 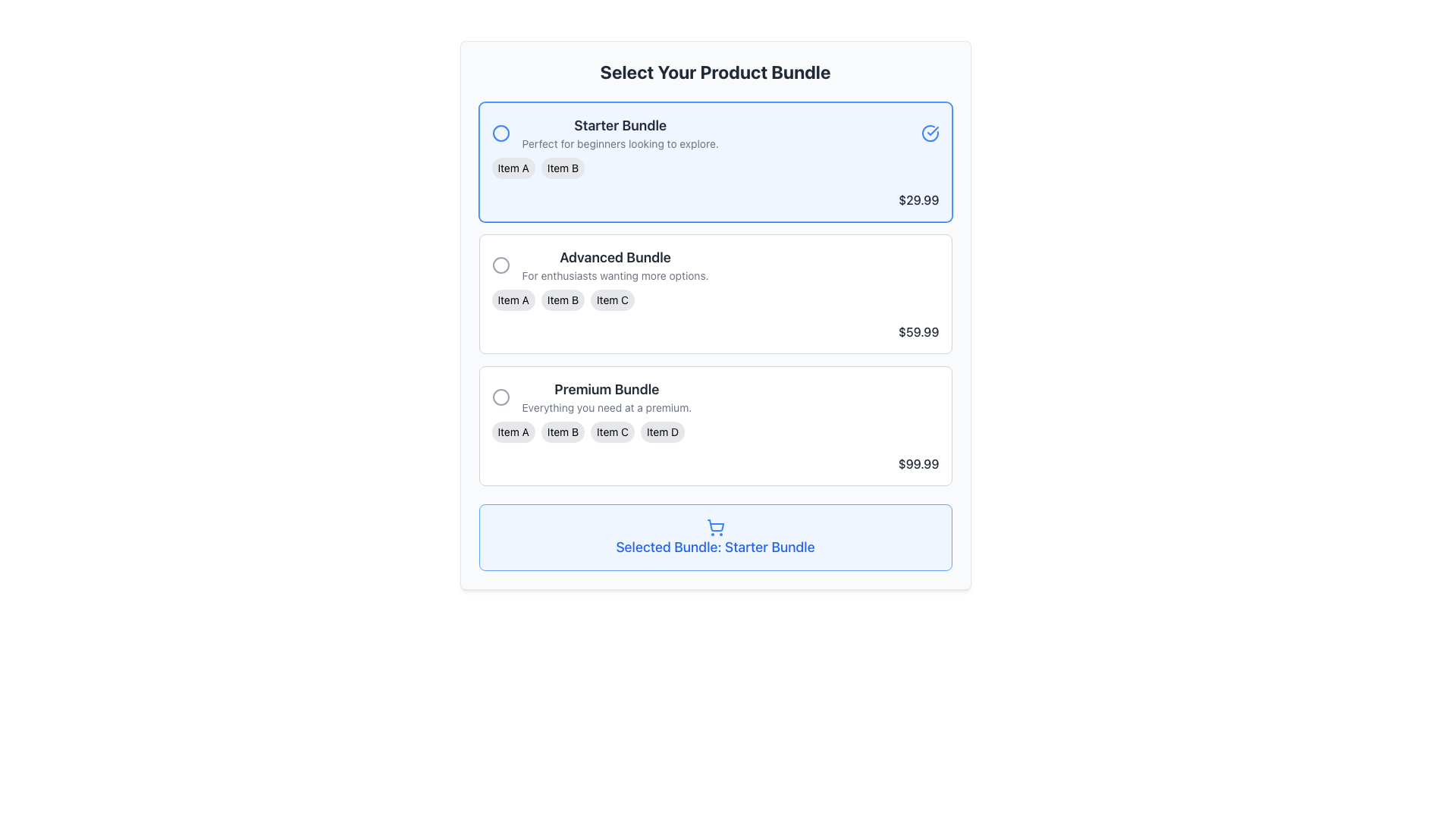 What do you see at coordinates (612, 300) in the screenshot?
I see `the label with the text 'Item C', which is a small, rounded rectangle with a light gray background, positioned below the 'Advanced Bundle' section and aligned with 'Item A' and 'Item B'` at bounding box center [612, 300].